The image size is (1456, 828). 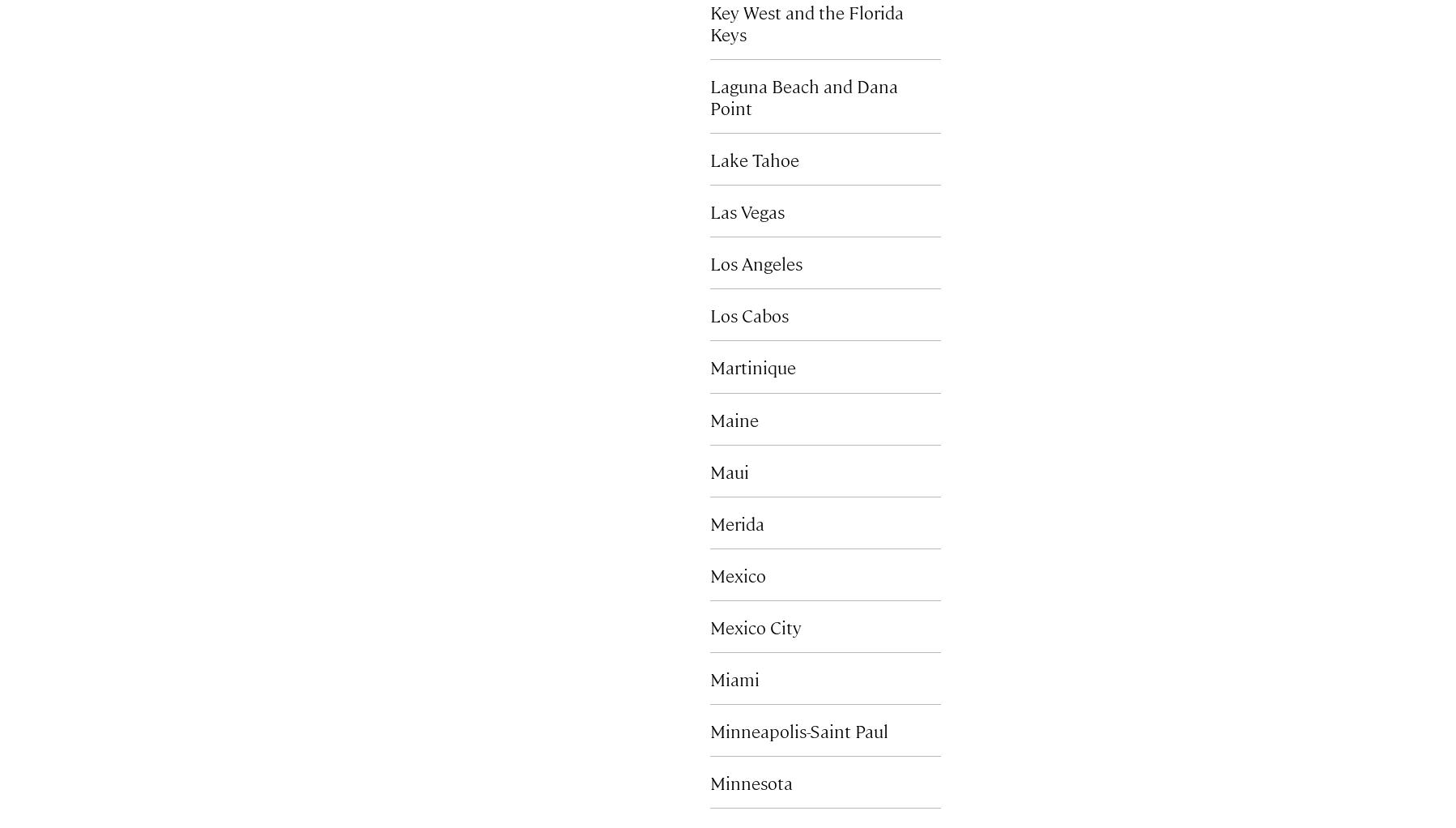 I want to click on 'Laguna Beach and Dana Point', so click(x=710, y=96).